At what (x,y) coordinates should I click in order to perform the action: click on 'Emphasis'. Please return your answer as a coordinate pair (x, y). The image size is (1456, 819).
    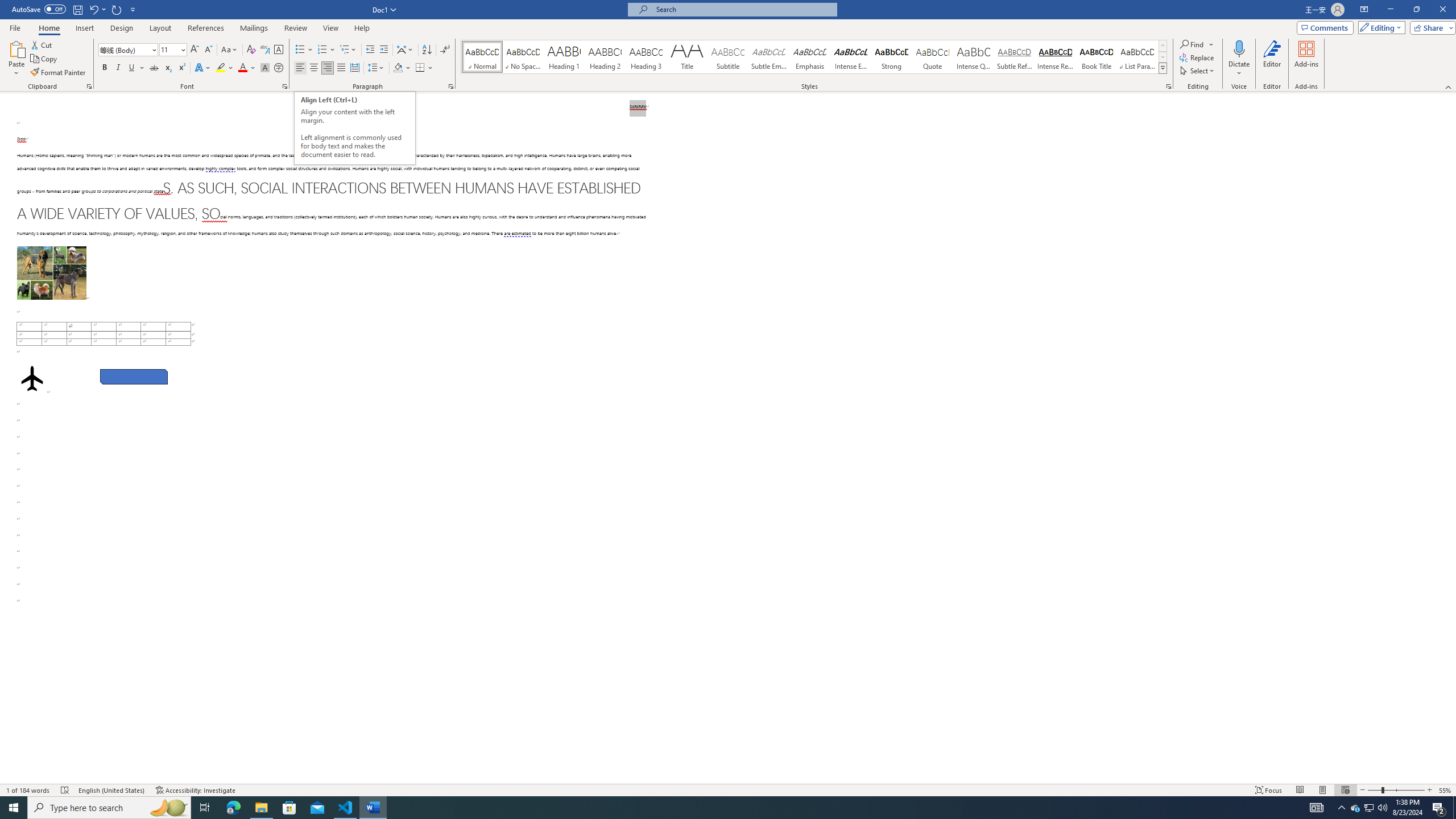
    Looking at the image, I should click on (809, 56).